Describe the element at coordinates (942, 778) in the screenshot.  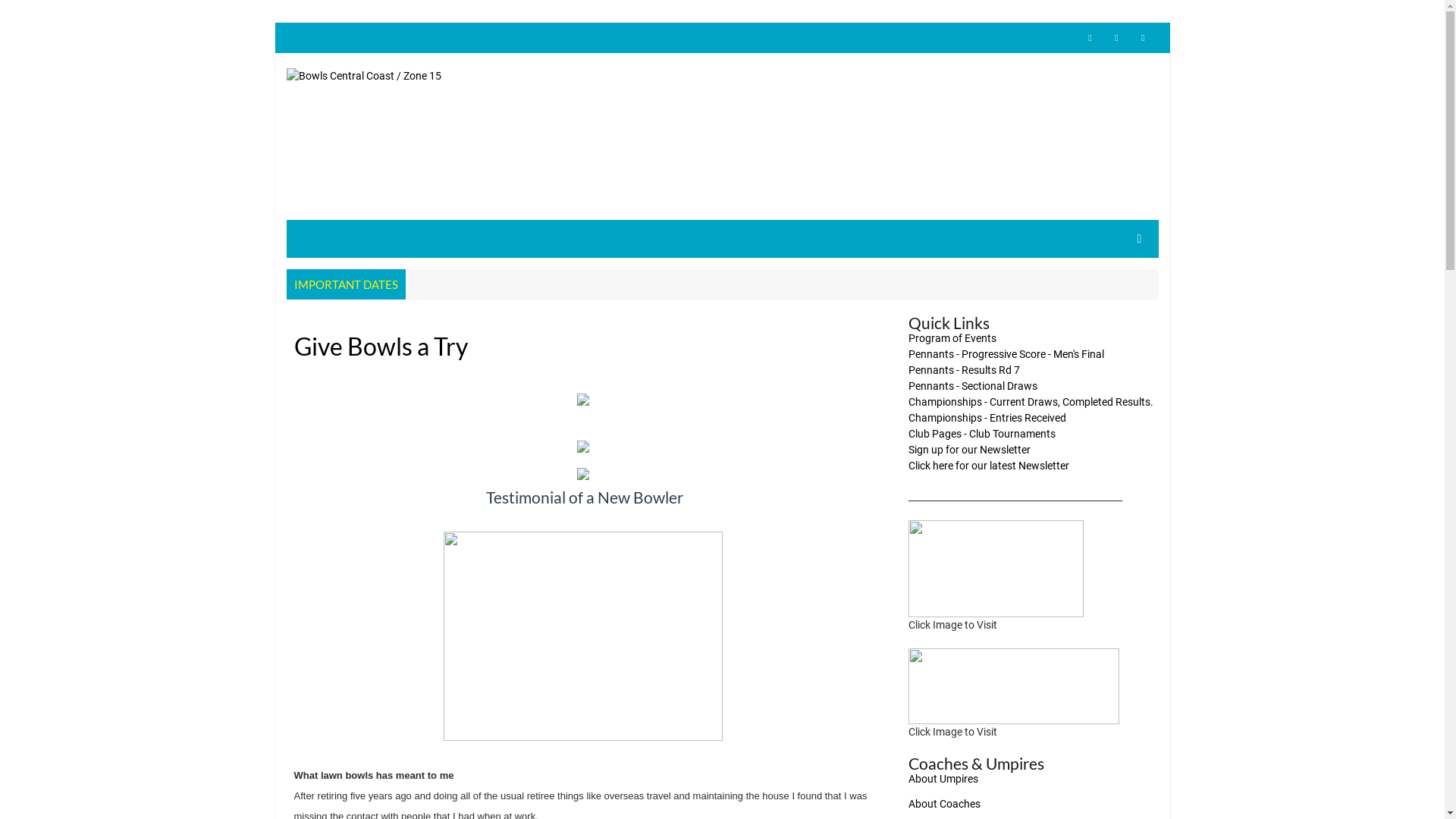
I see `'About Umpires'` at that location.